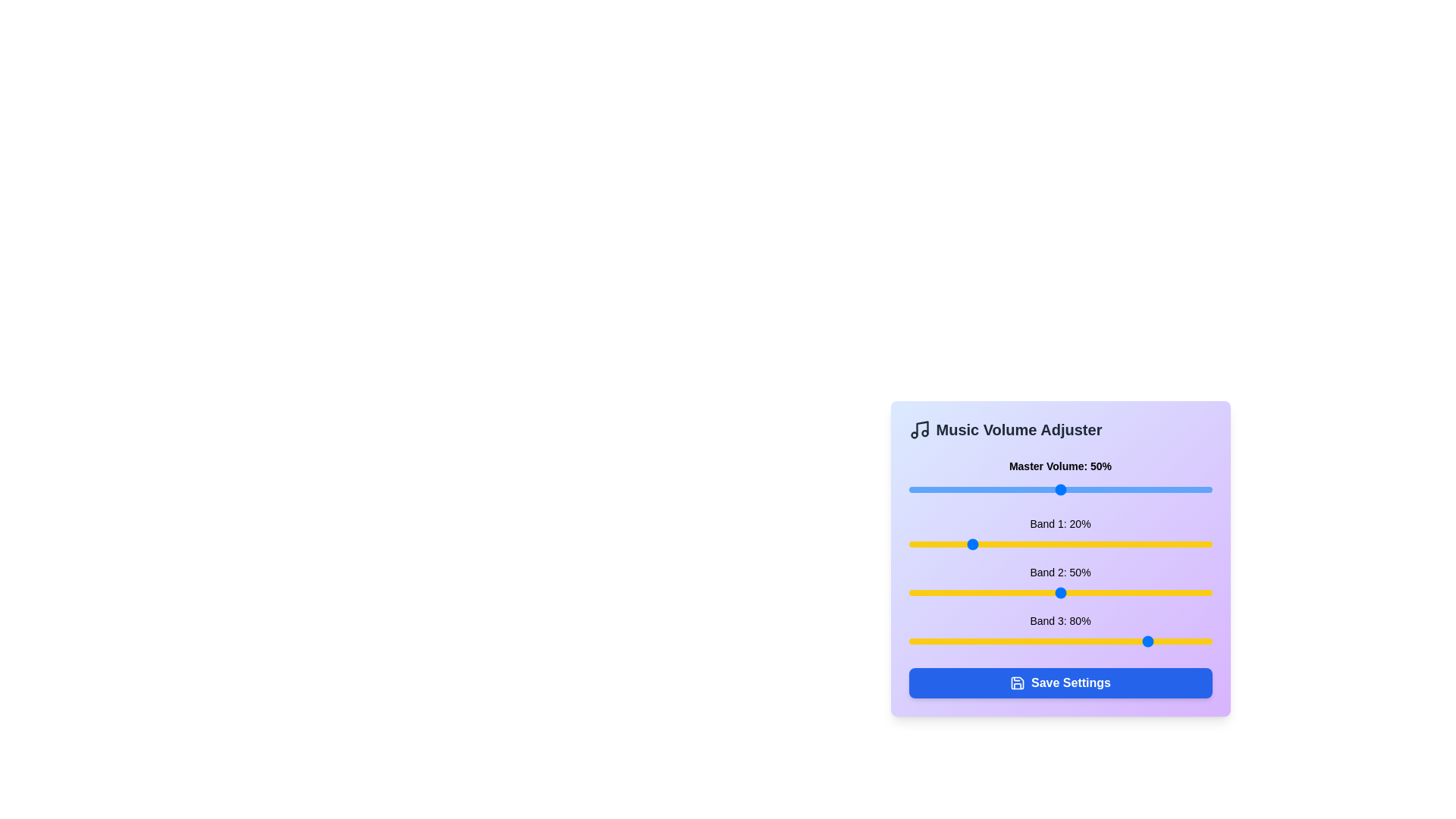  What do you see at coordinates (996, 641) in the screenshot?
I see `Band 3 slider` at bounding box center [996, 641].